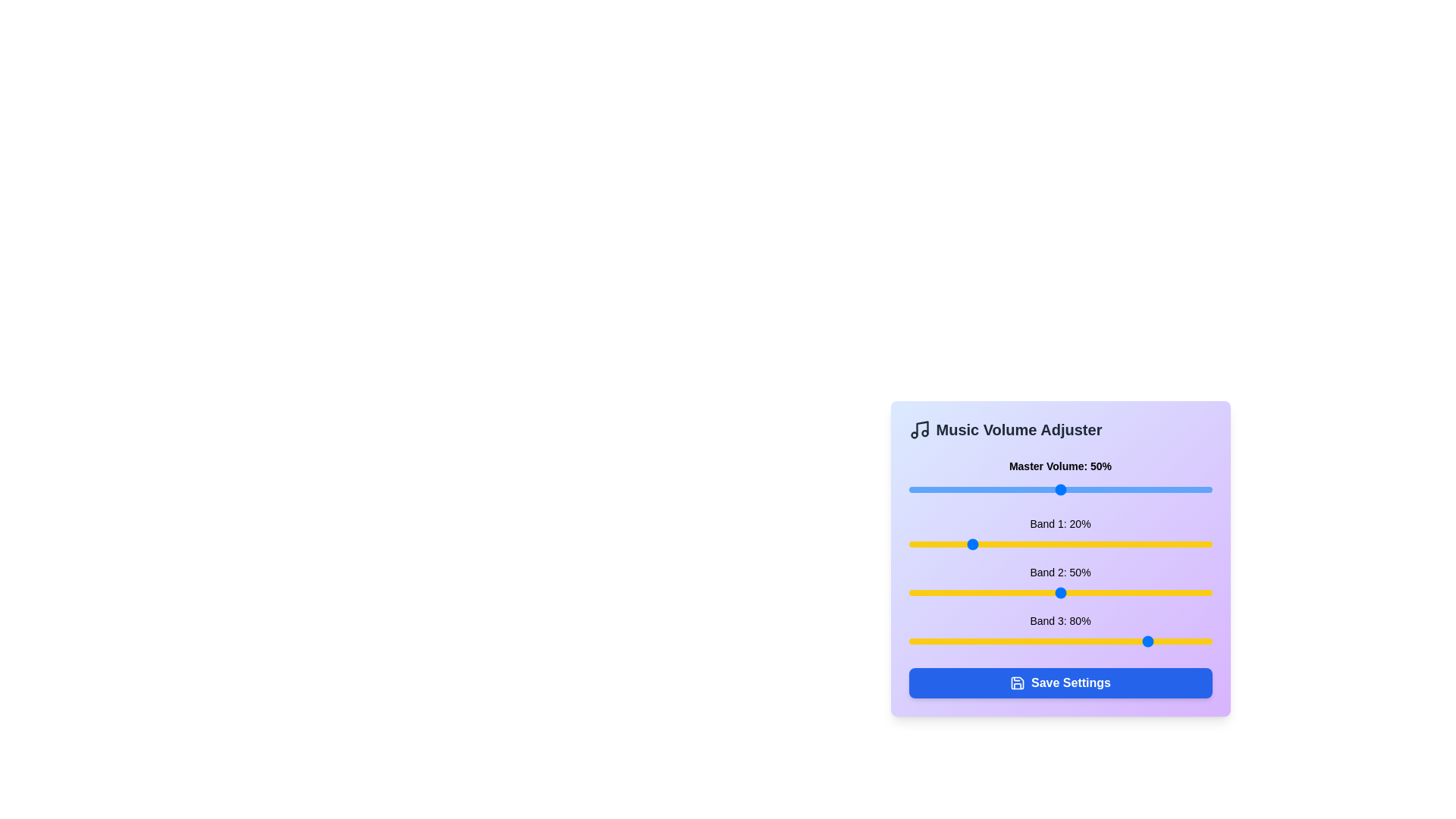  What do you see at coordinates (996, 641) in the screenshot?
I see `Band 3 slider` at bounding box center [996, 641].